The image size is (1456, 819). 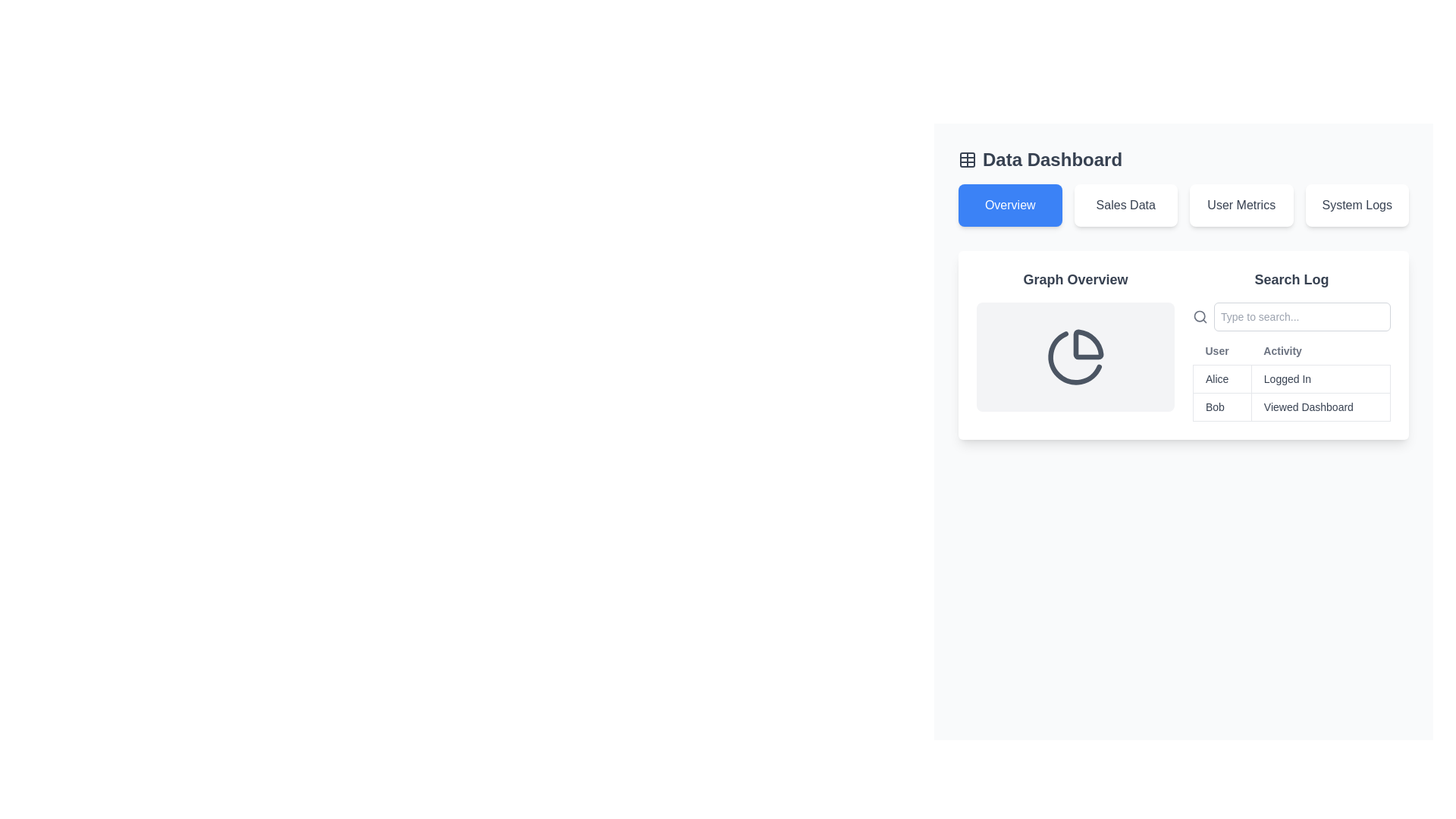 What do you see at coordinates (1291, 392) in the screenshot?
I see `the TableDataCell in the Search Log section, which displays user activities including 'Alice' and 'Bob'` at bounding box center [1291, 392].